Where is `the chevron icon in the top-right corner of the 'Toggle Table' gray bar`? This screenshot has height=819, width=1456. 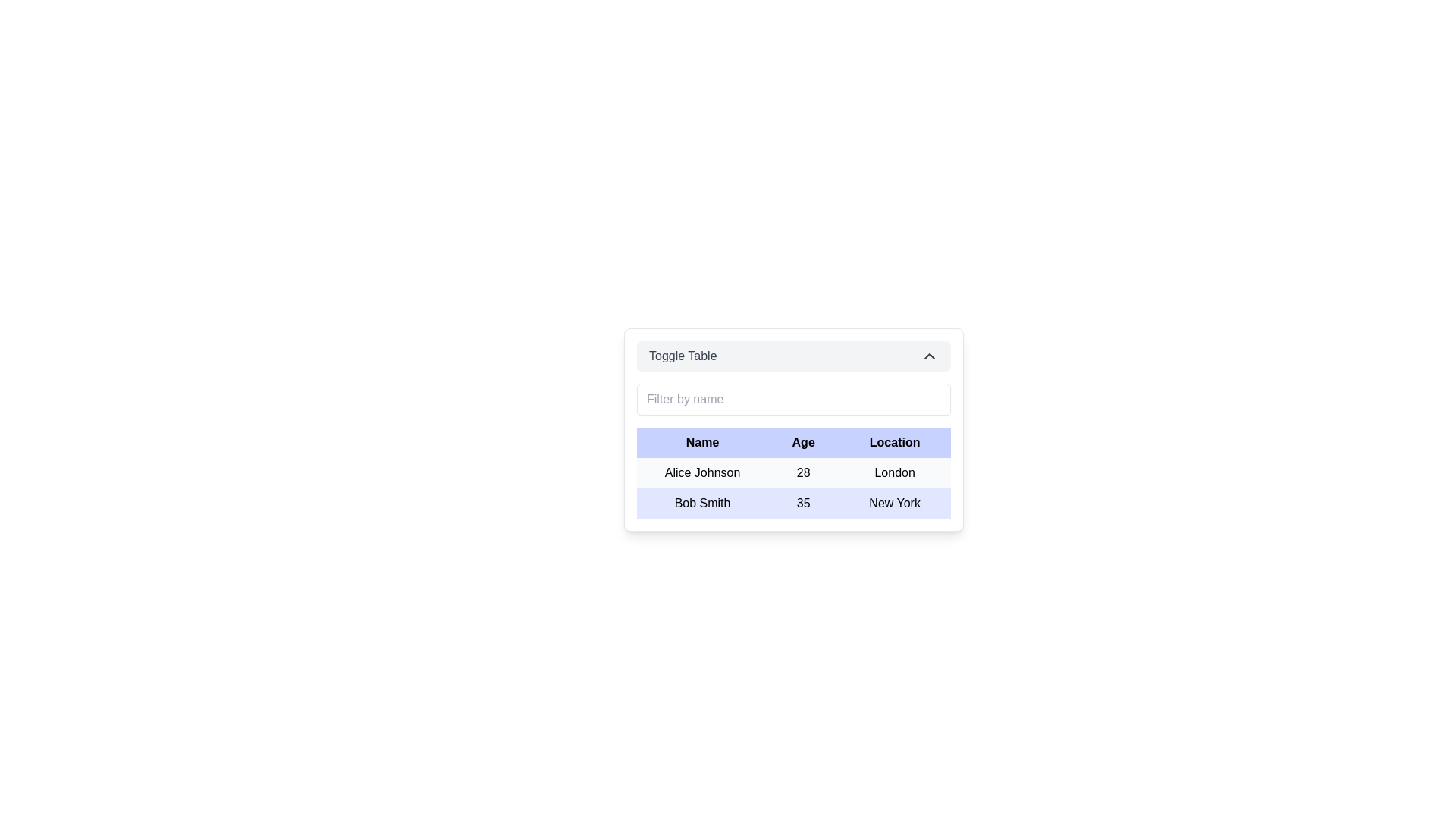
the chevron icon in the top-right corner of the 'Toggle Table' gray bar is located at coordinates (928, 356).